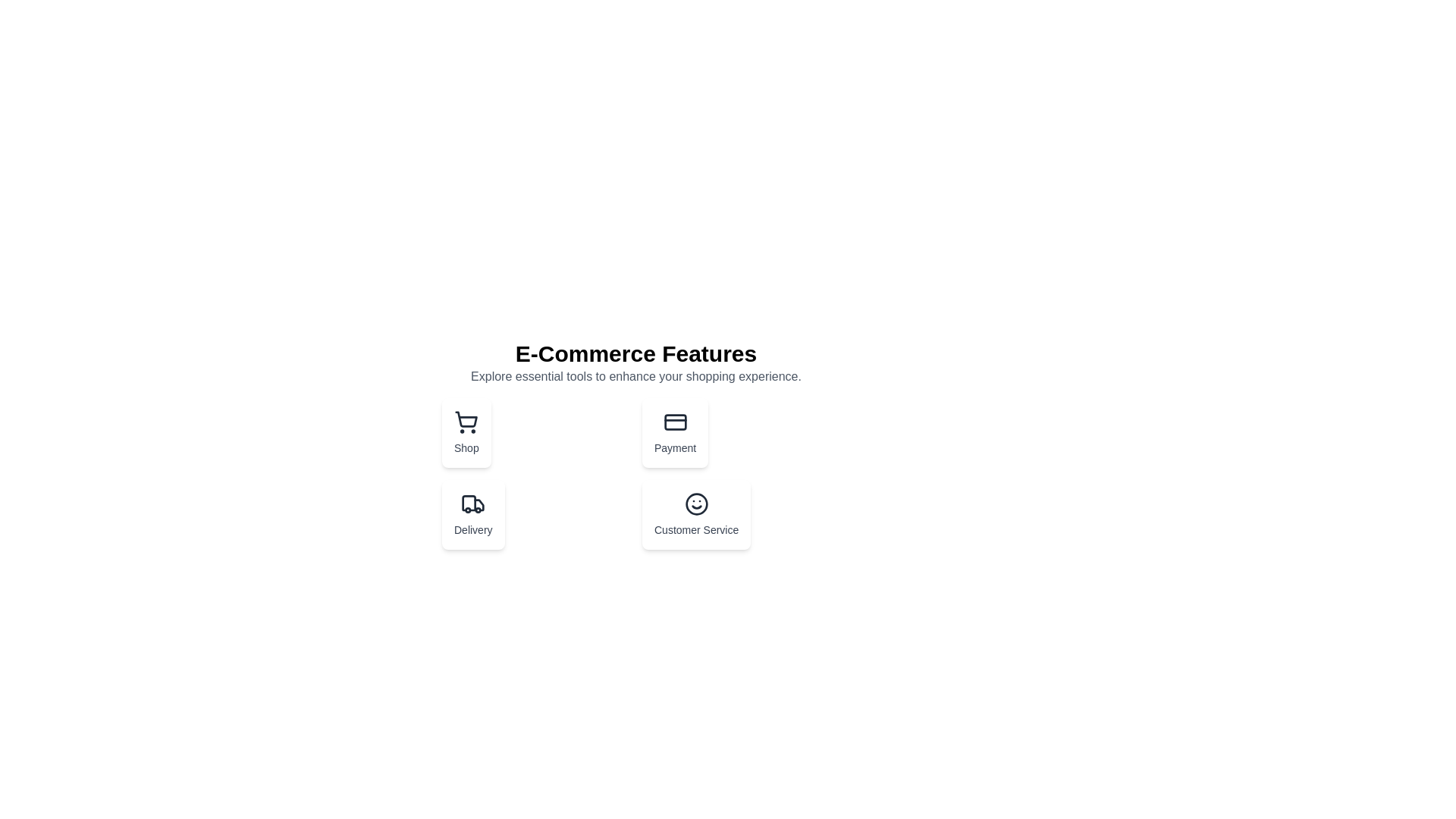 This screenshot has height=819, width=1456. What do you see at coordinates (472, 529) in the screenshot?
I see `the text label reading 'Delivery' which is styled in medium gray and positioned below the truck icon in the 'Delivery' section` at bounding box center [472, 529].